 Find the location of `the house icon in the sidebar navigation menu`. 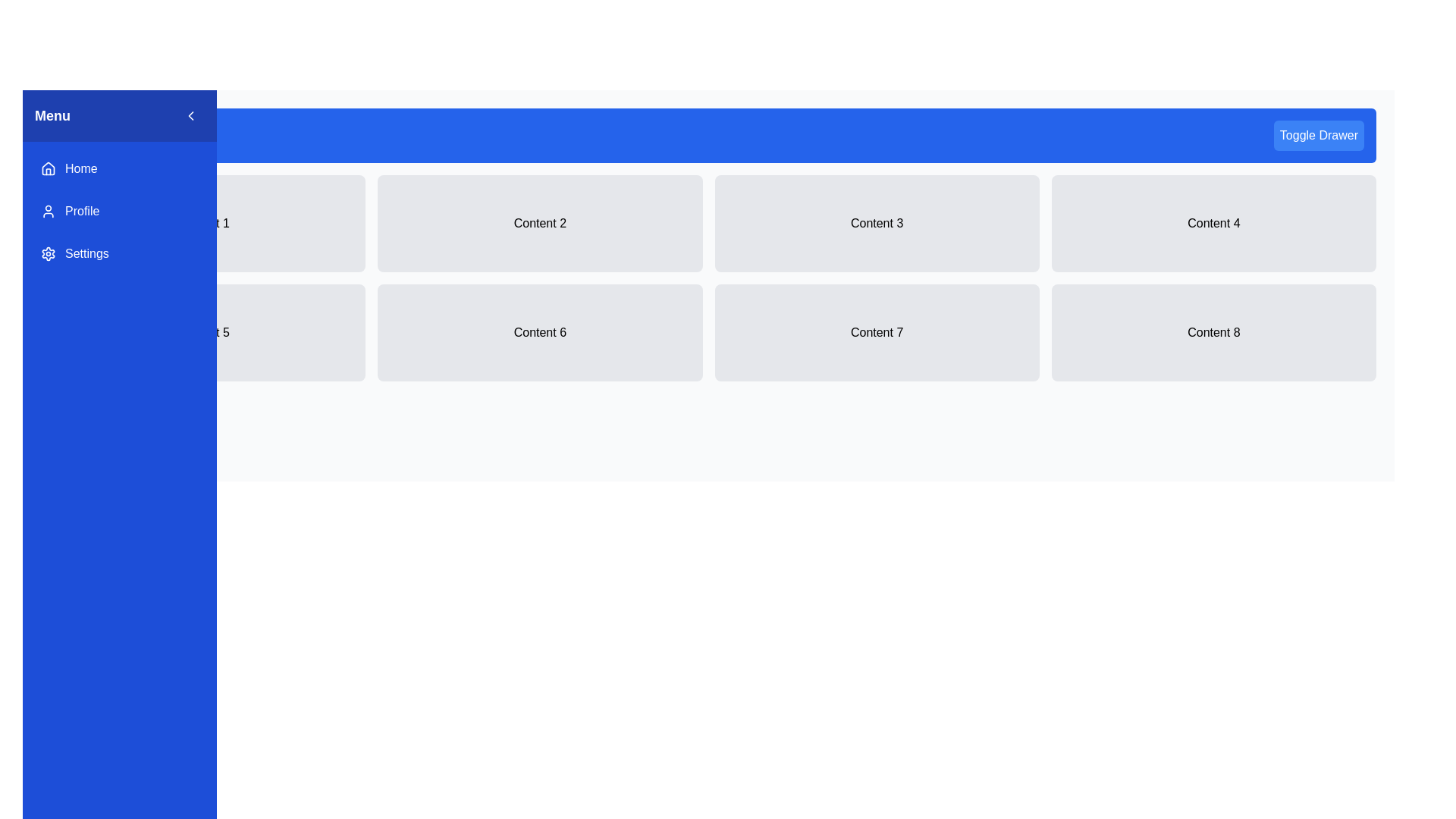

the house icon in the sidebar navigation menu is located at coordinates (48, 169).